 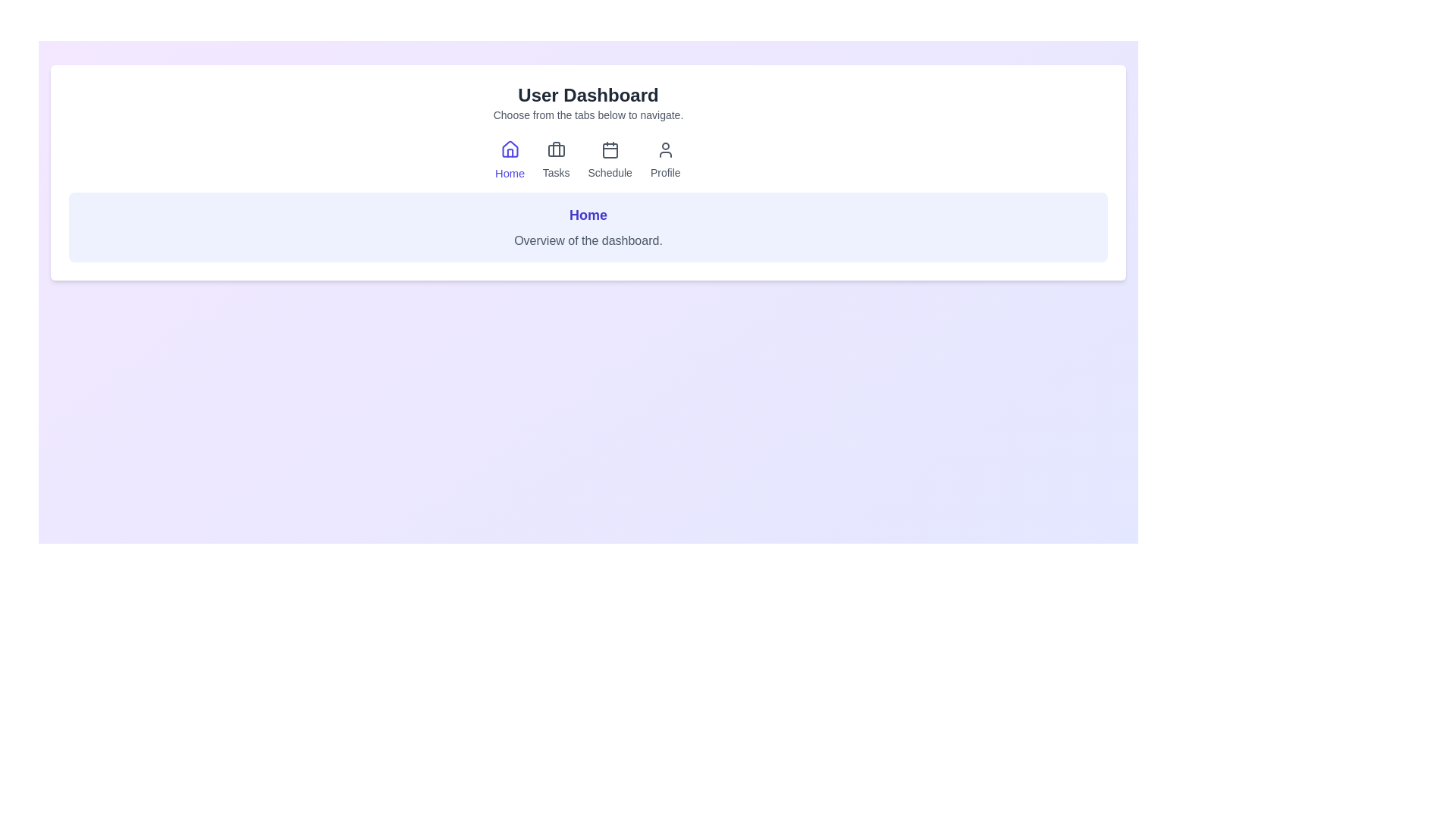 What do you see at coordinates (588, 161) in the screenshot?
I see `the Navigation menu tabs in the User Dashboard` at bounding box center [588, 161].